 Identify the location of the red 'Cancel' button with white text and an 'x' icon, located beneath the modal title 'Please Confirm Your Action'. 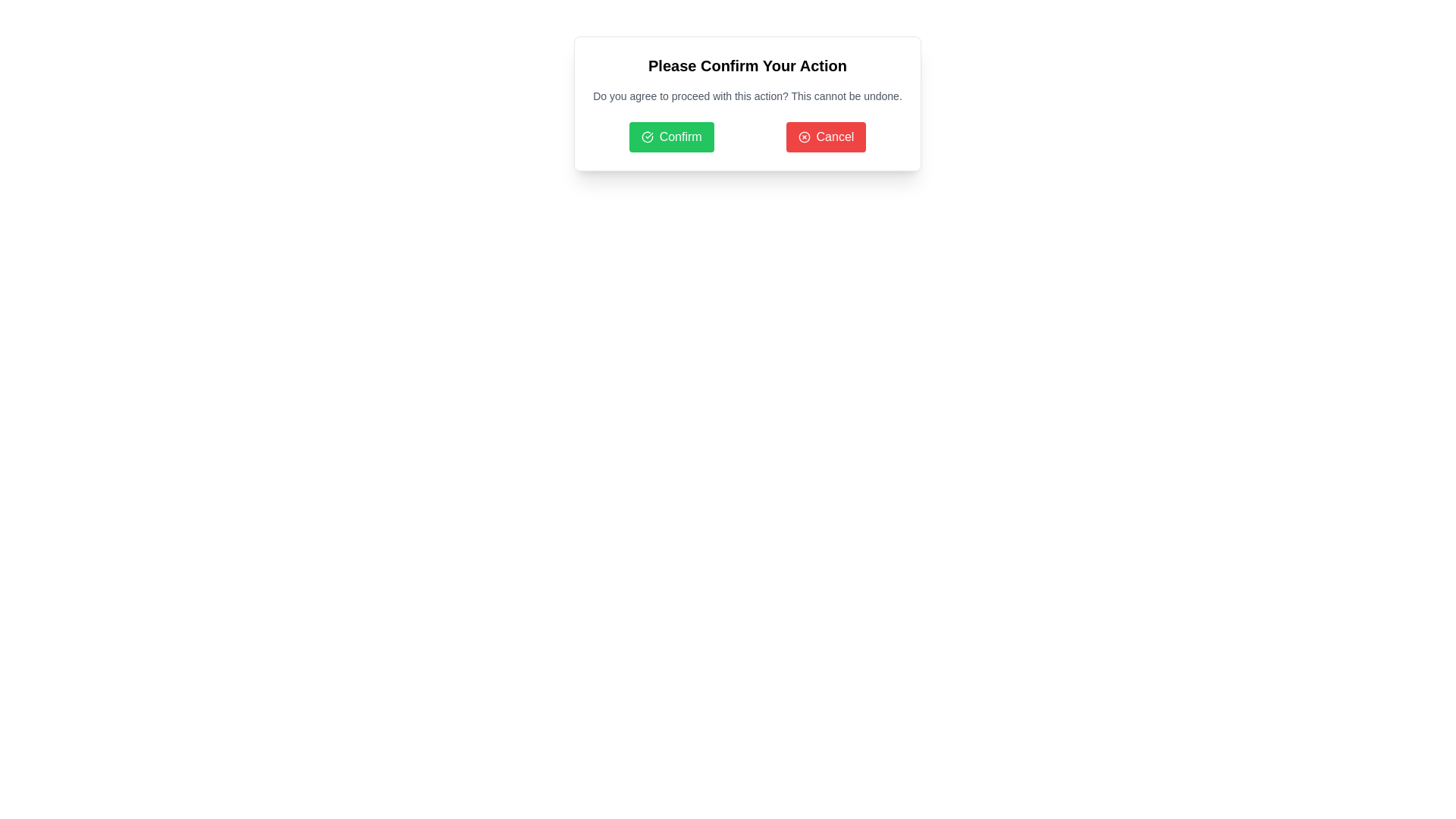
(825, 137).